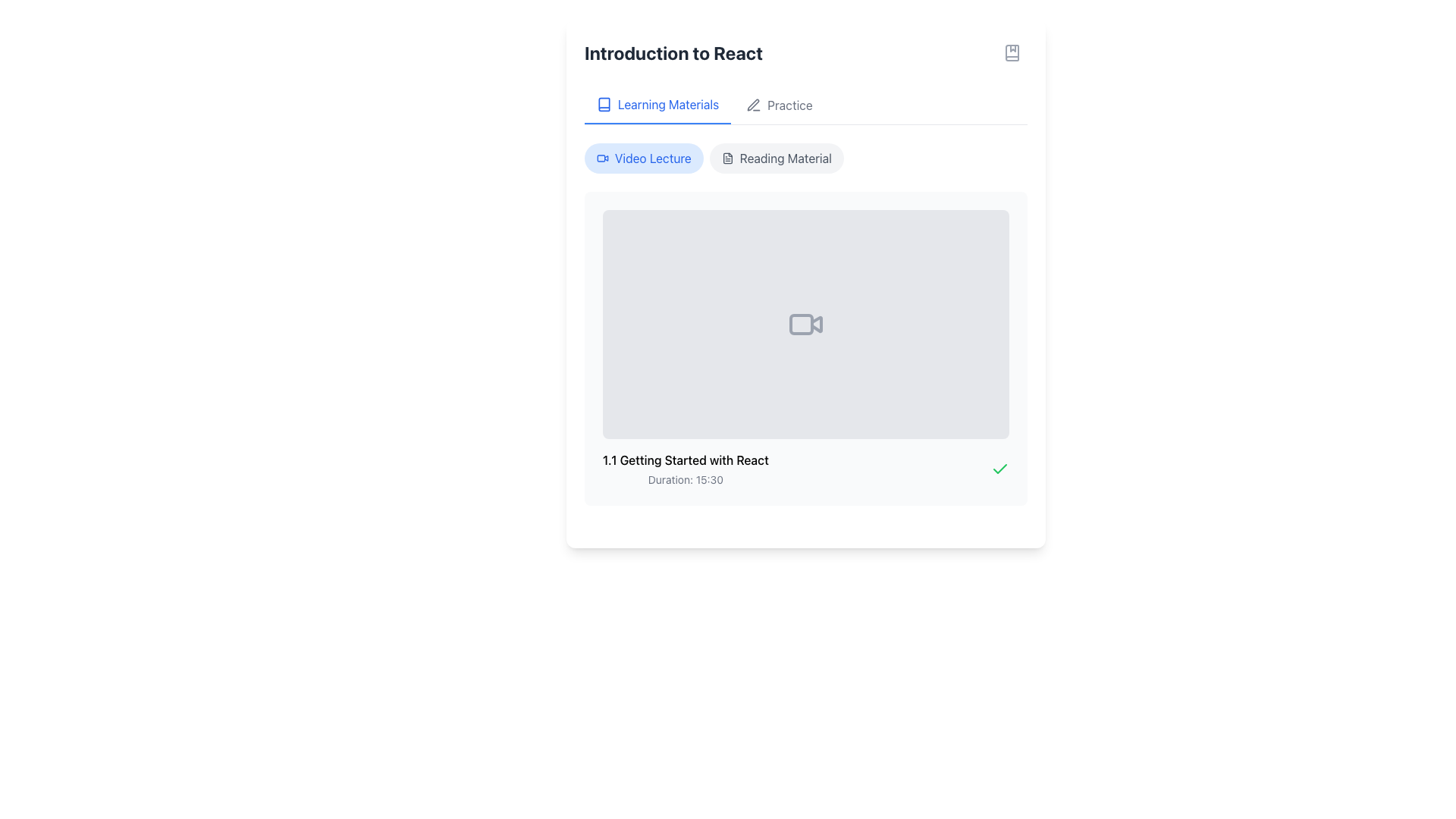 This screenshot has width=1456, height=819. What do you see at coordinates (602, 158) in the screenshot?
I see `the small video icon with a white fill and blue circular border located to the left of the 'Video Lecture' text by clicking on it` at bounding box center [602, 158].